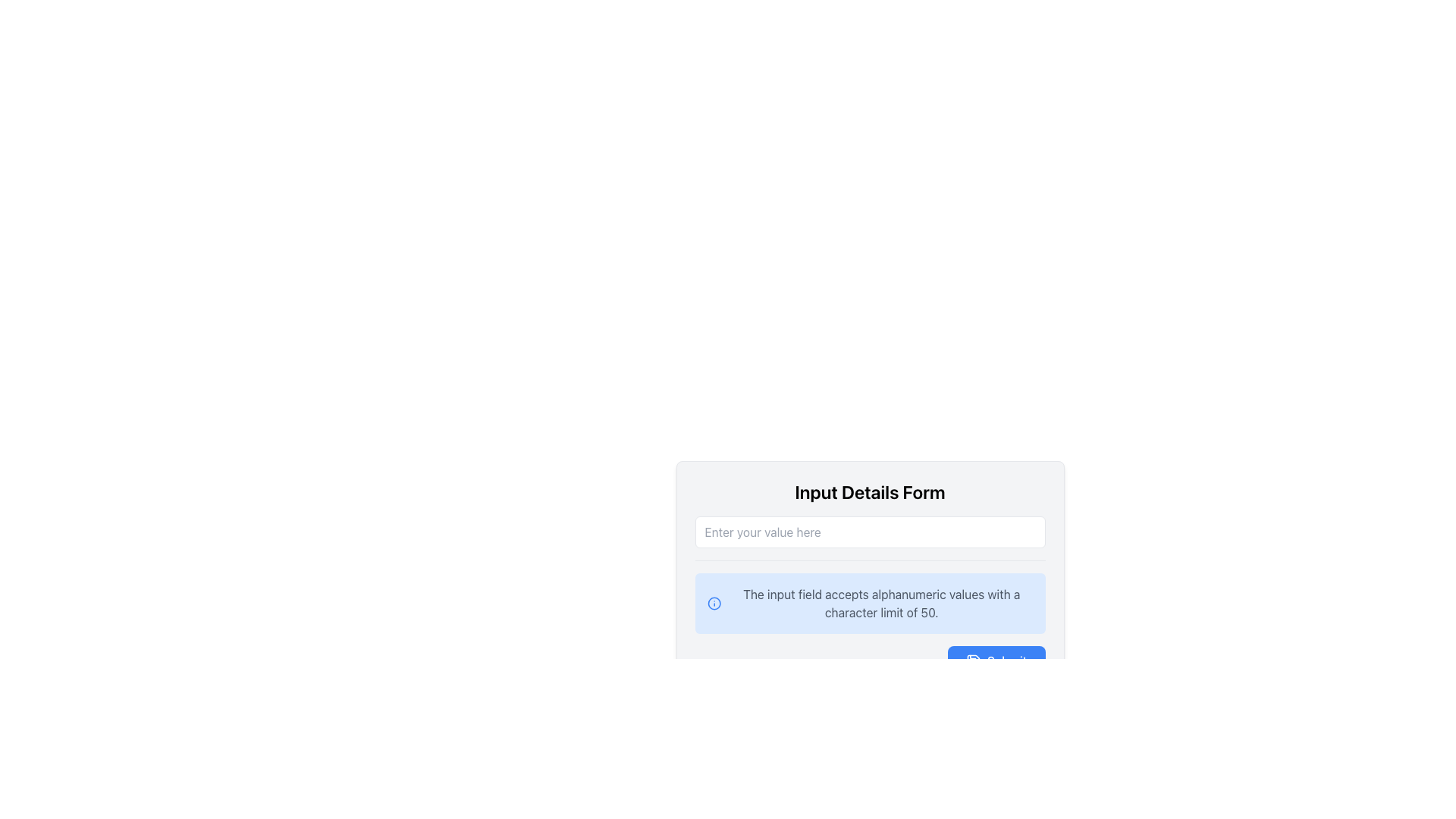  Describe the element at coordinates (973, 660) in the screenshot. I see `the visual indicator icon located to the left of the 'Submit' button` at that location.